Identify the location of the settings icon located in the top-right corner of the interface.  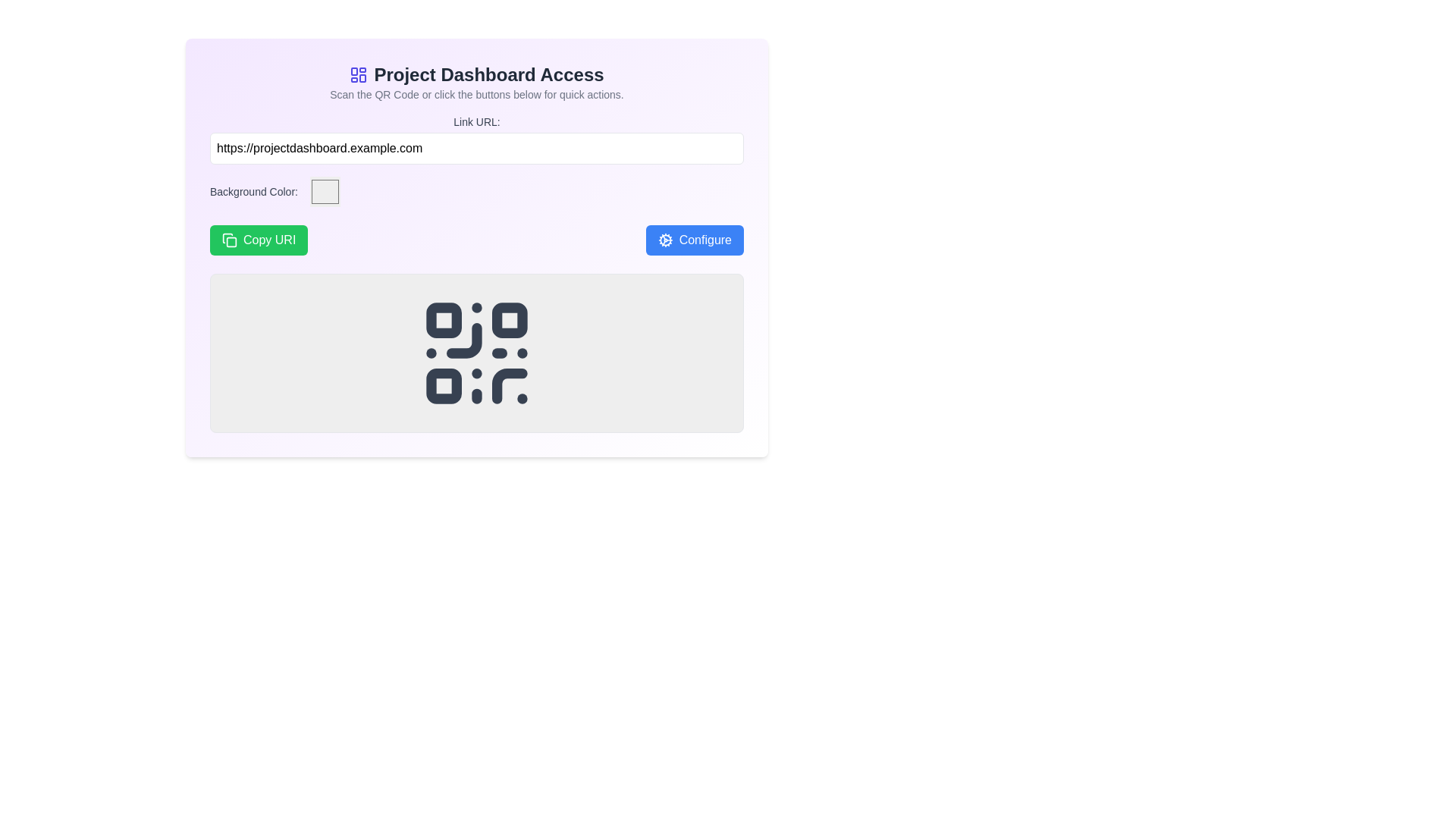
(665, 239).